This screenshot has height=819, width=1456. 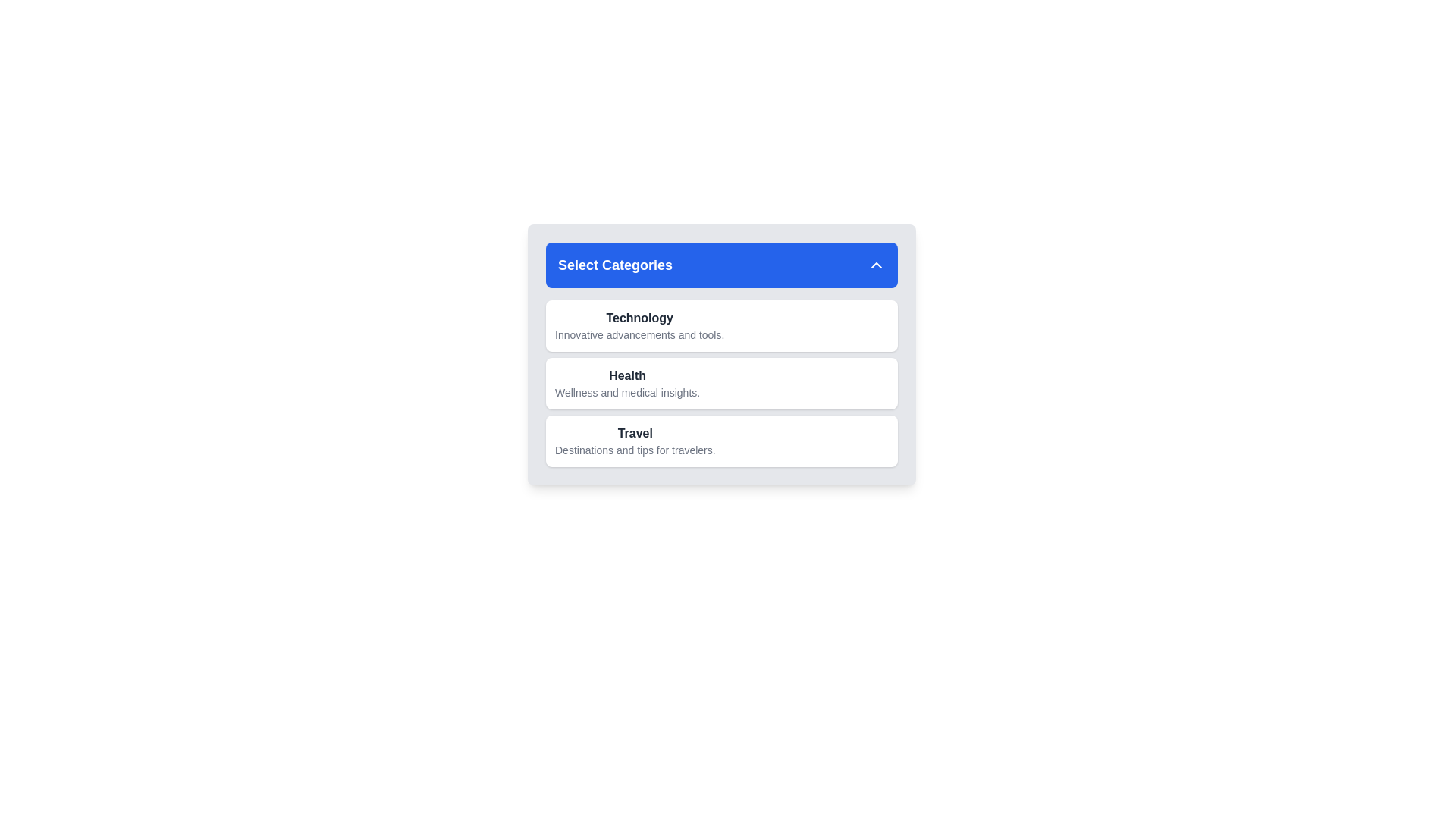 I want to click on 'Health' category label and its description which provides wellness and medical insights, located as the second item in a vertical list of categories, so click(x=627, y=382).